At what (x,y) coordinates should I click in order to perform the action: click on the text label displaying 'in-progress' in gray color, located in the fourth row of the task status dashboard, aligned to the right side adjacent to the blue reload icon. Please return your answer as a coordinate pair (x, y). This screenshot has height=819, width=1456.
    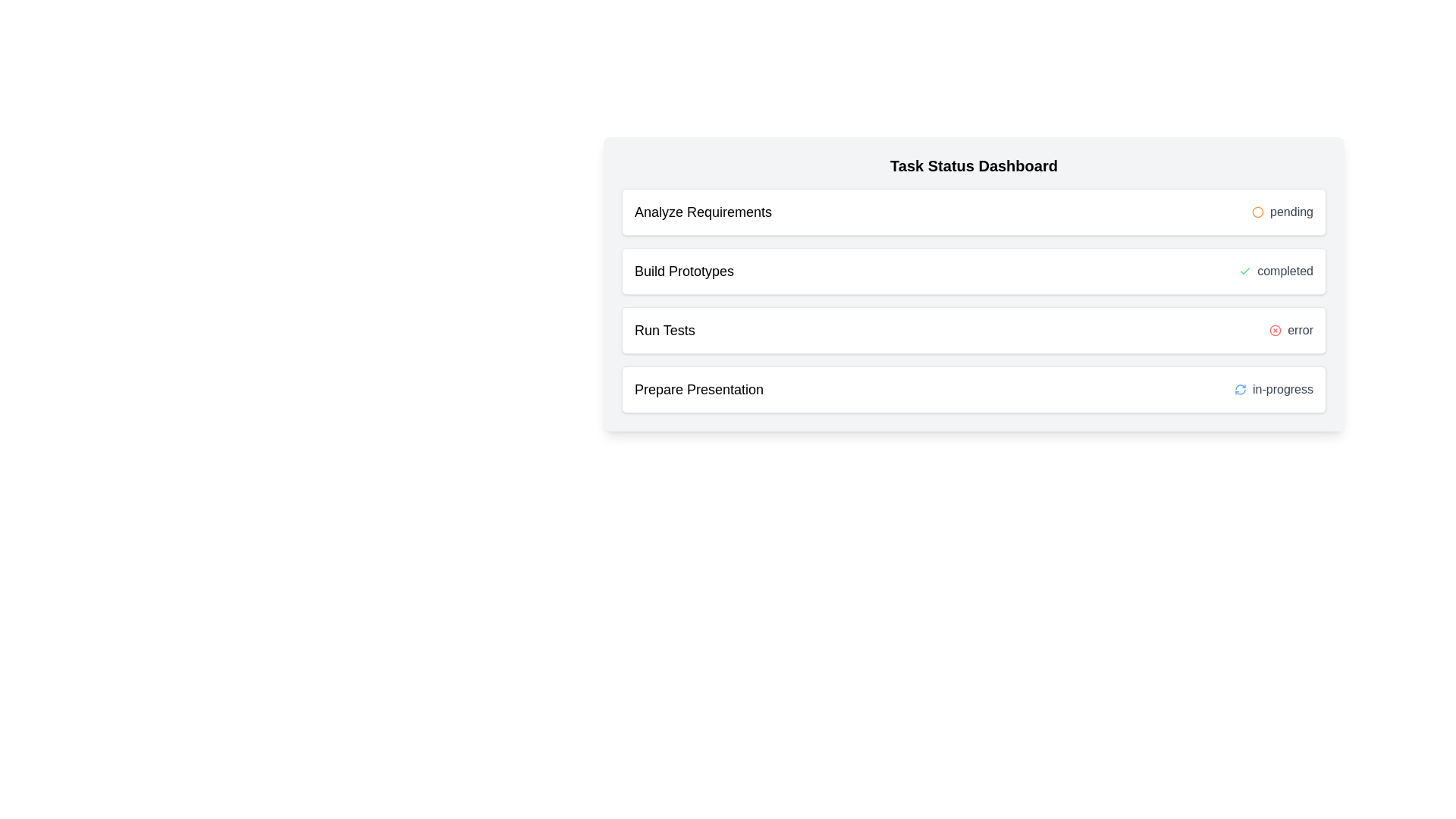
    Looking at the image, I should click on (1282, 388).